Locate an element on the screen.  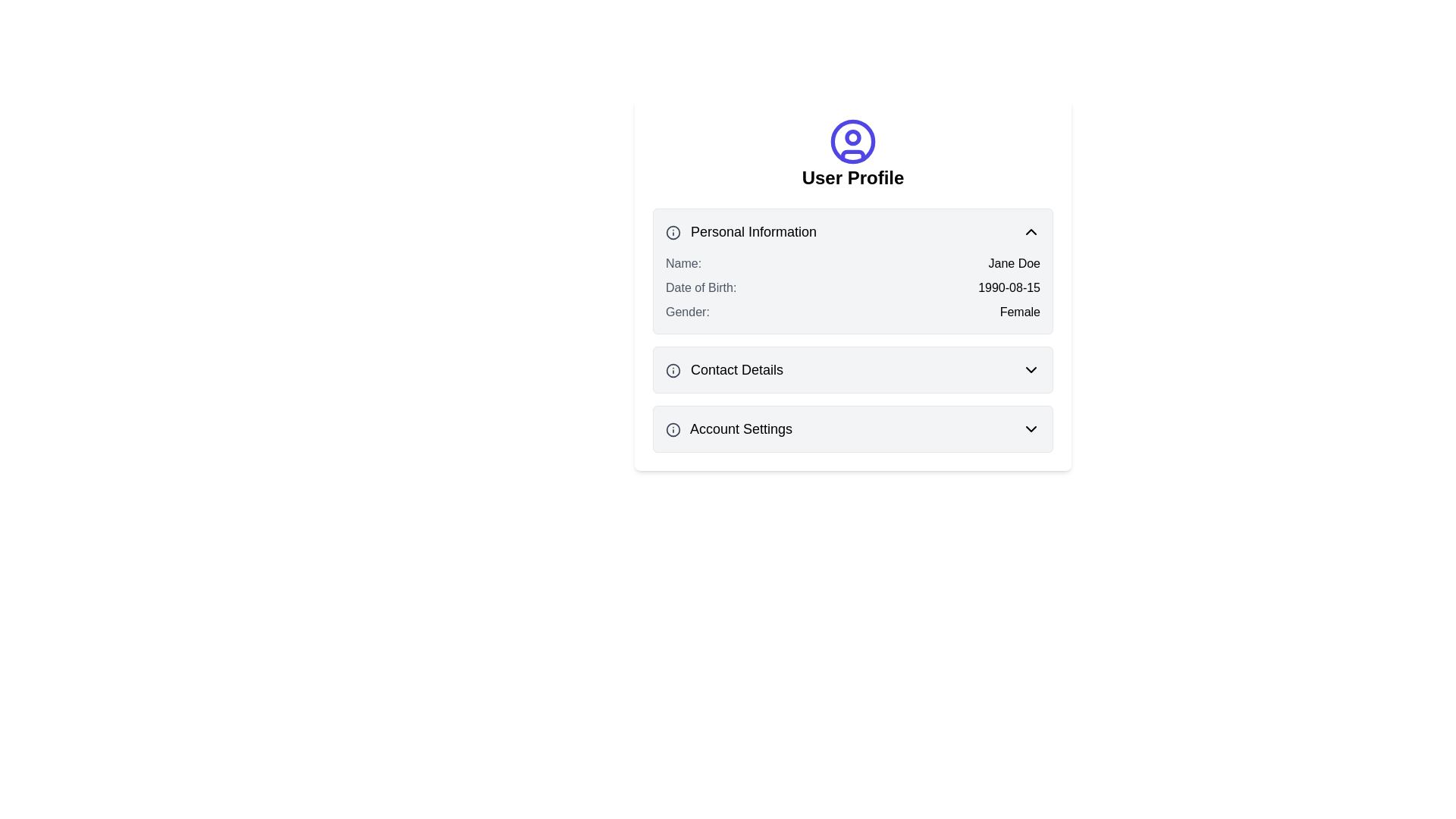
the 'Contact Details' text label, which is styled with medium-sized, bold font and is located under the 'Personal Information' section is located at coordinates (723, 370).